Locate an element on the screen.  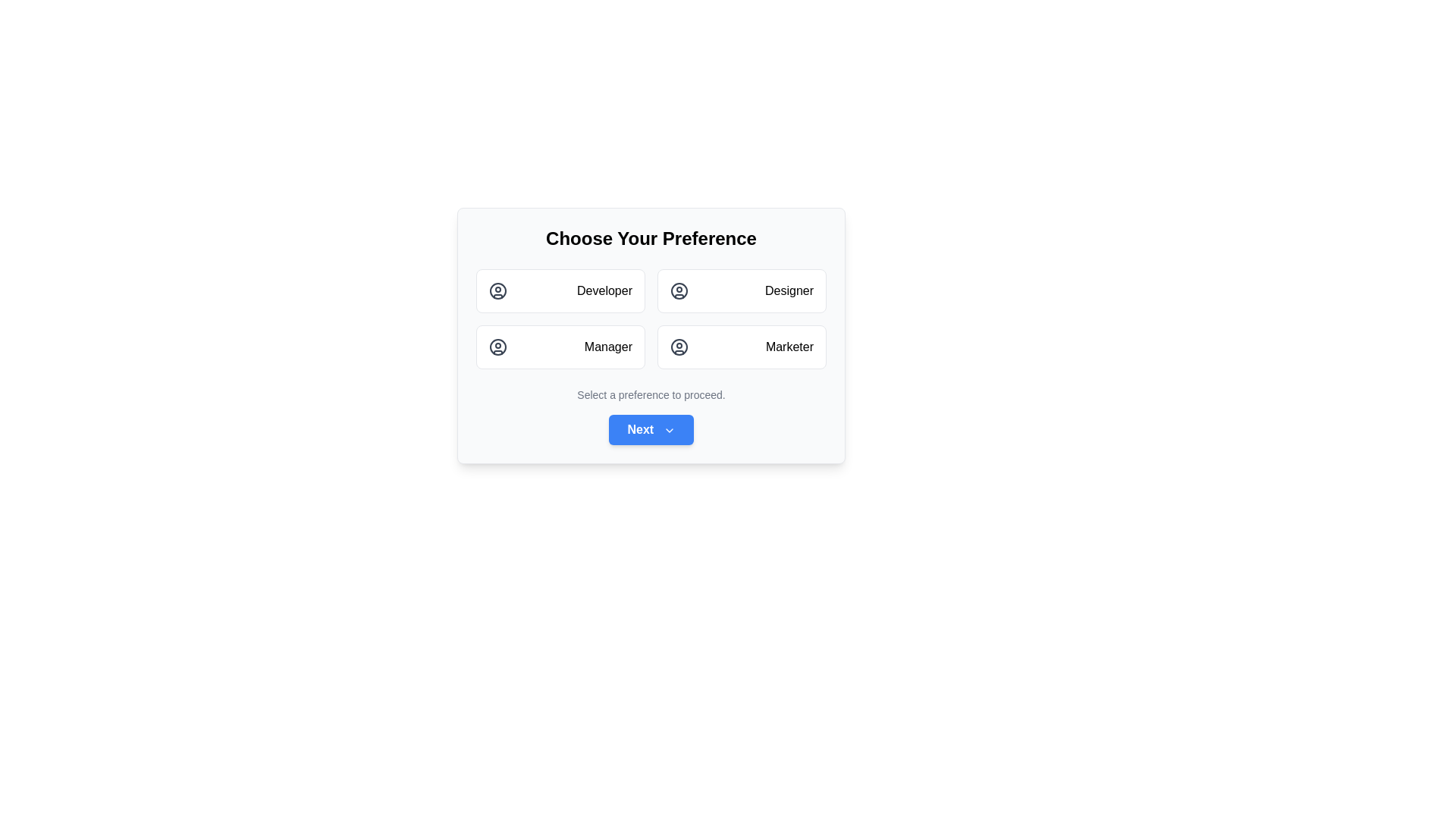
the outermost circle of the user profile icon in the 'Marketer' preference card, which is the fourth card from the left in the grid layout is located at coordinates (679, 347).